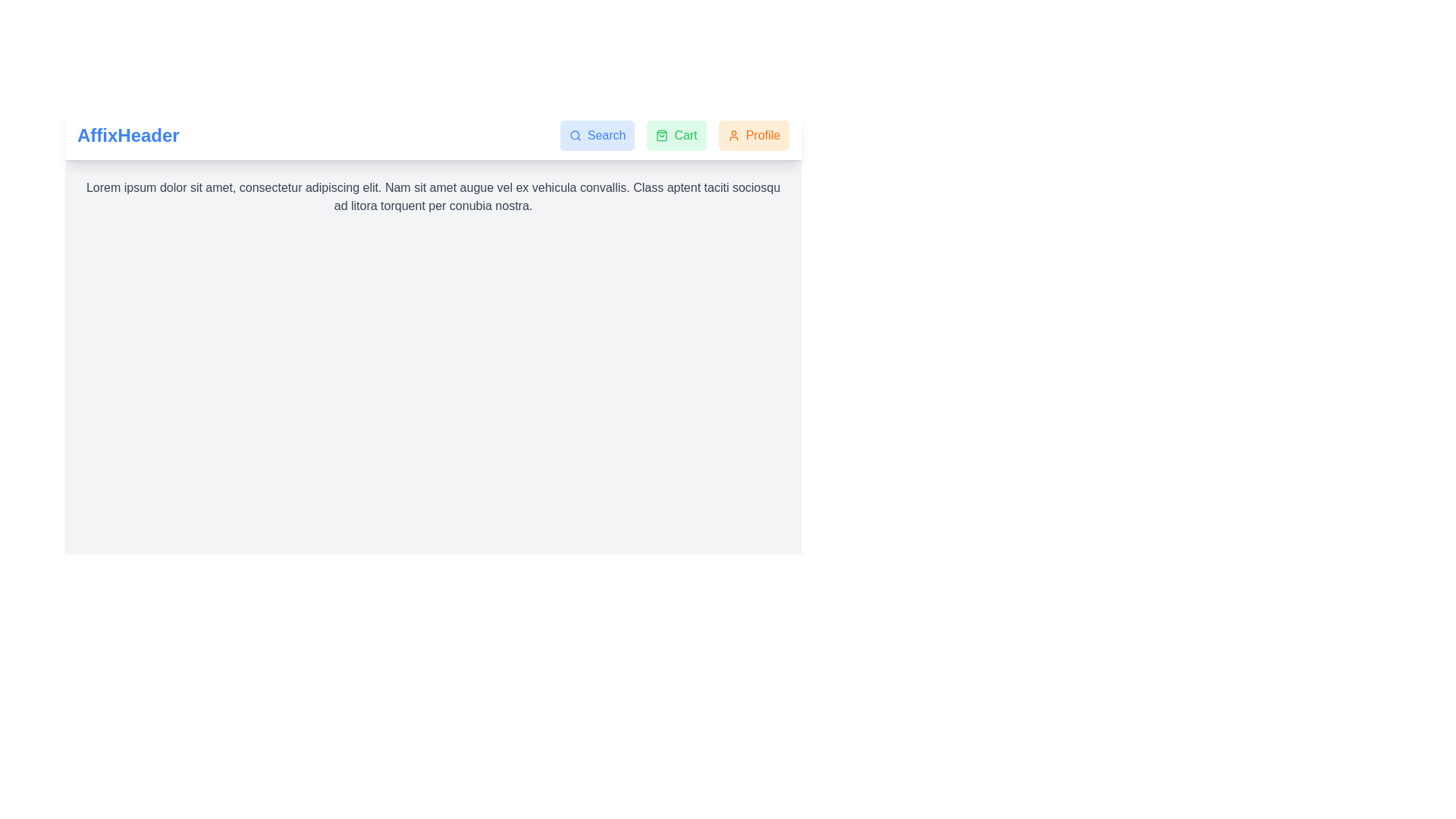 The height and width of the screenshot is (819, 1456). I want to click on the 'Search' button located in the top-right corner of the interface, so click(596, 134).